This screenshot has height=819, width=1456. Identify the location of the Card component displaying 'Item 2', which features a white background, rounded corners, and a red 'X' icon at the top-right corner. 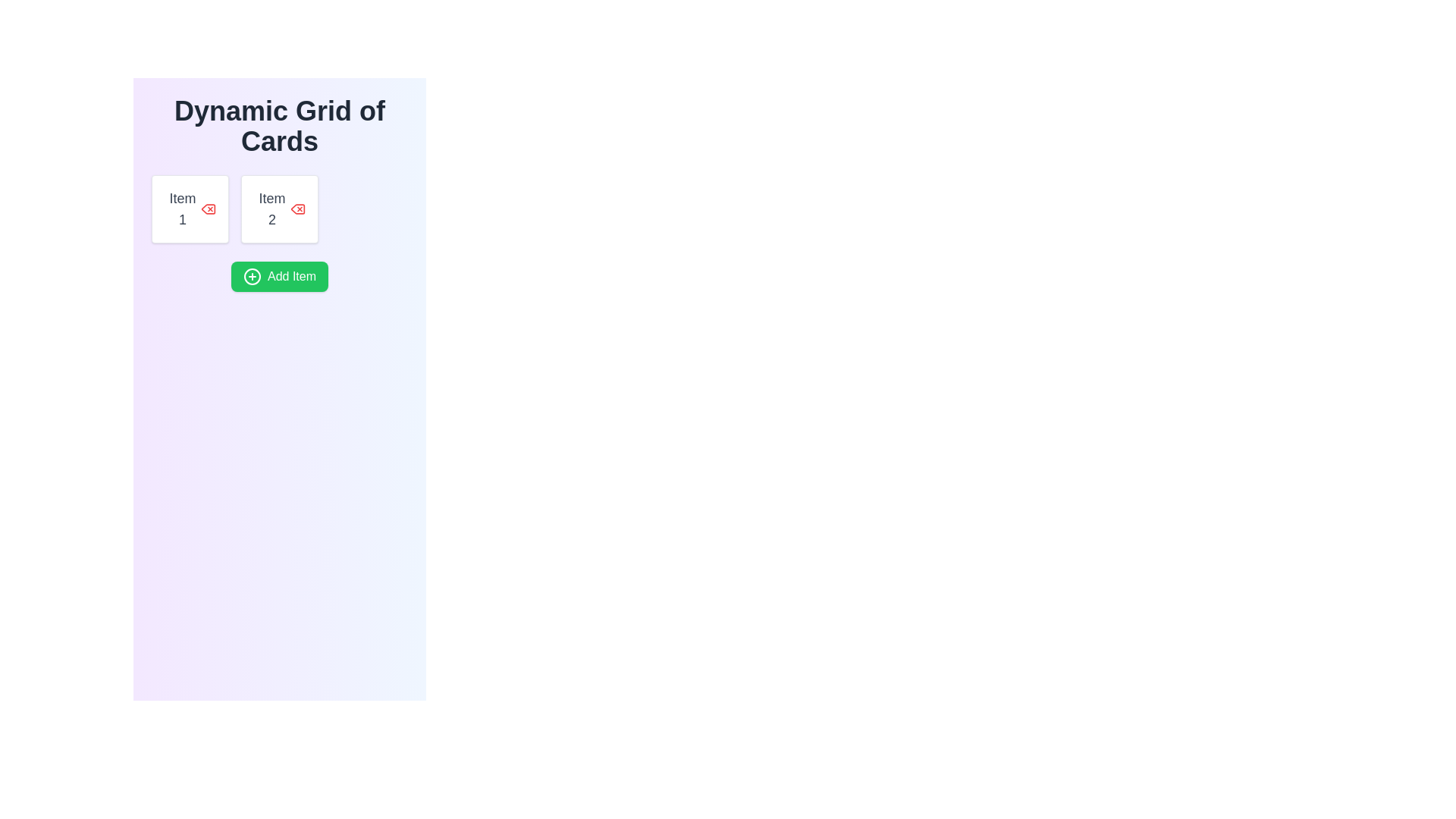
(280, 209).